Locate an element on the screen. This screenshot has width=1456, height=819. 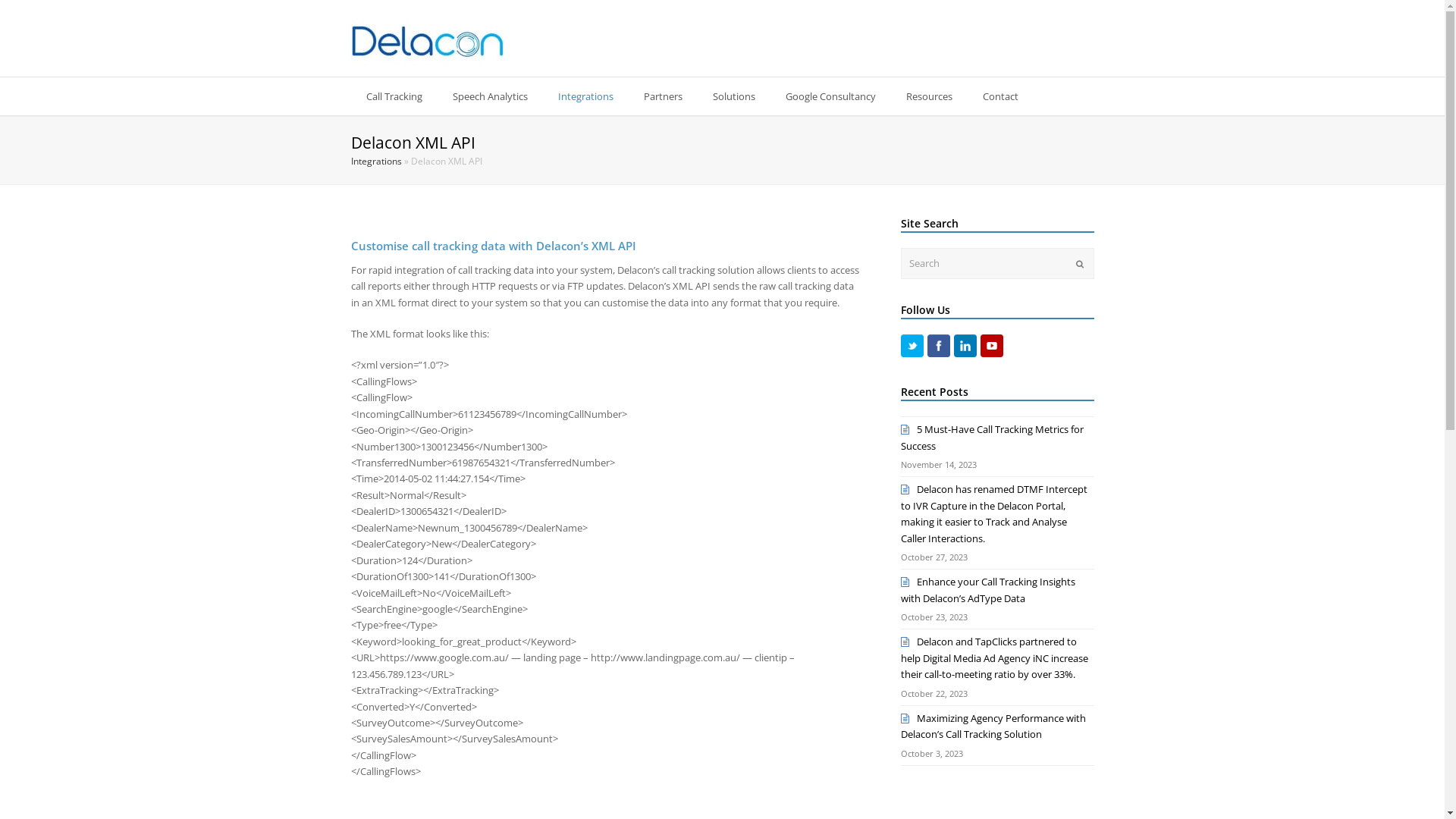
'Facebook' is located at coordinates (938, 345).